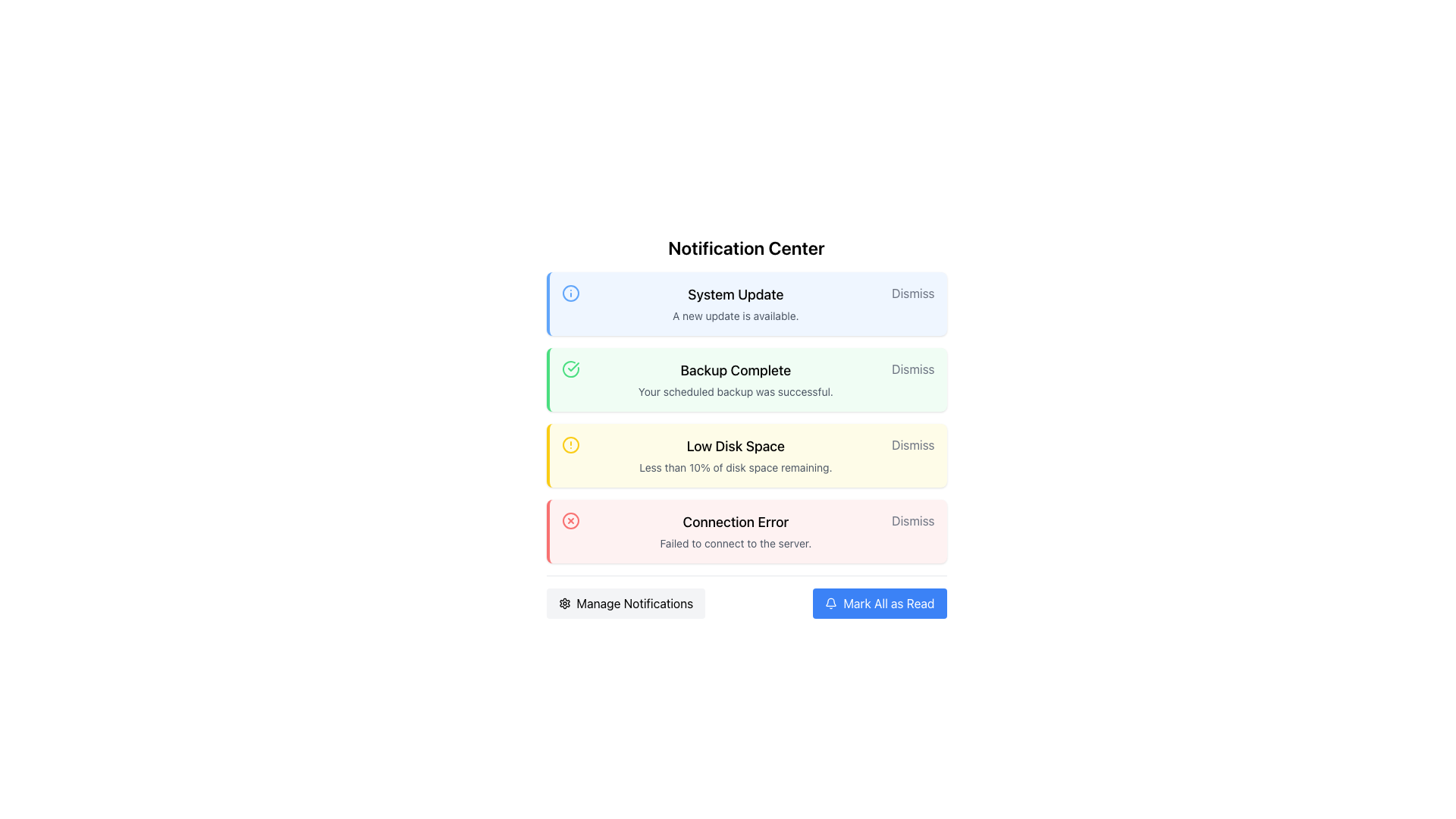 This screenshot has width=1456, height=819. What do you see at coordinates (736, 446) in the screenshot?
I see `the text label displaying 'Low Disk Space' in the Notification Center` at bounding box center [736, 446].